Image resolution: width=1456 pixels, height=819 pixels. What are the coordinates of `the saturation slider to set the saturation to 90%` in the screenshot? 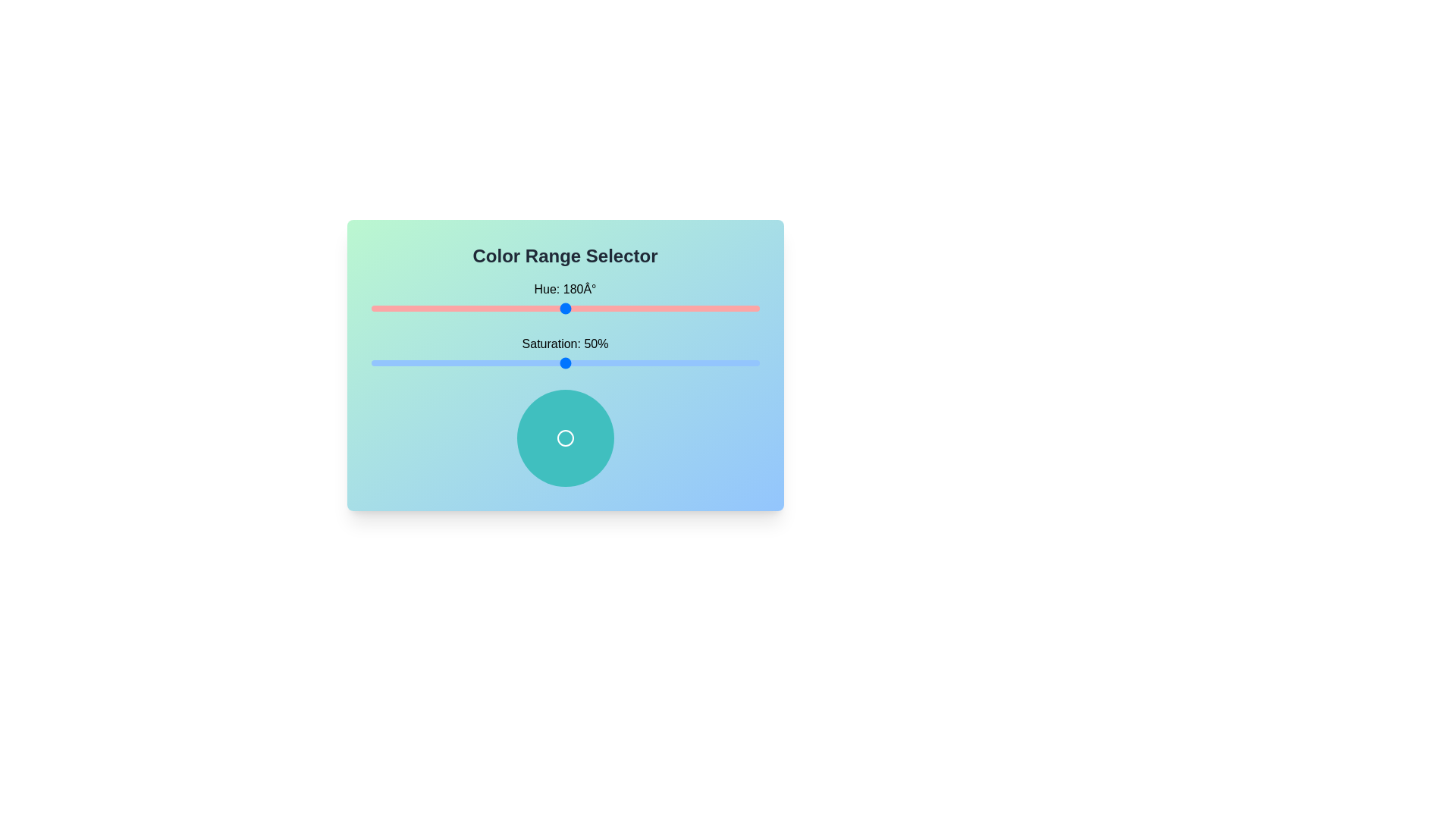 It's located at (720, 362).